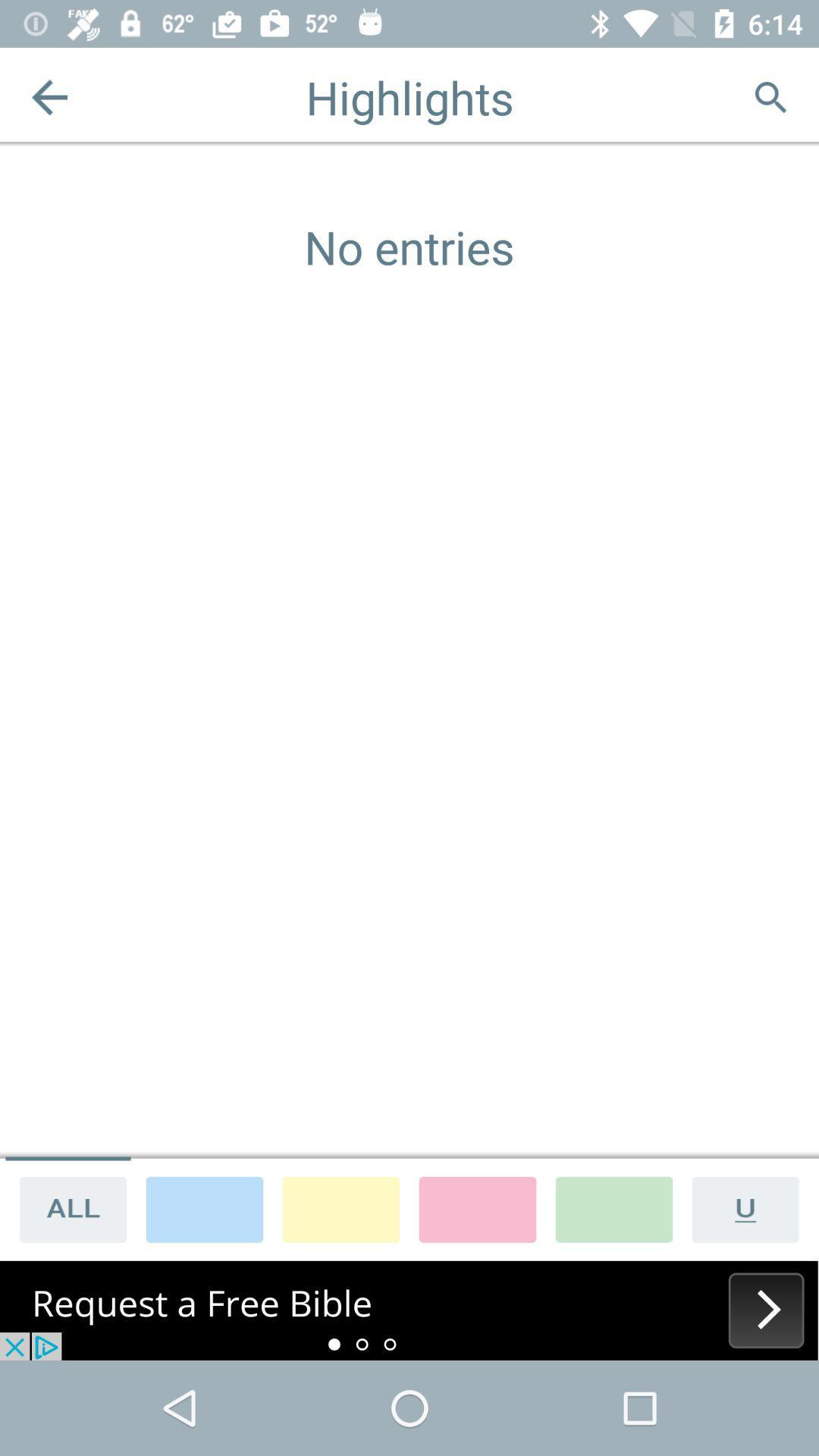 The height and width of the screenshot is (1456, 819). I want to click on highlight color, so click(614, 1208).